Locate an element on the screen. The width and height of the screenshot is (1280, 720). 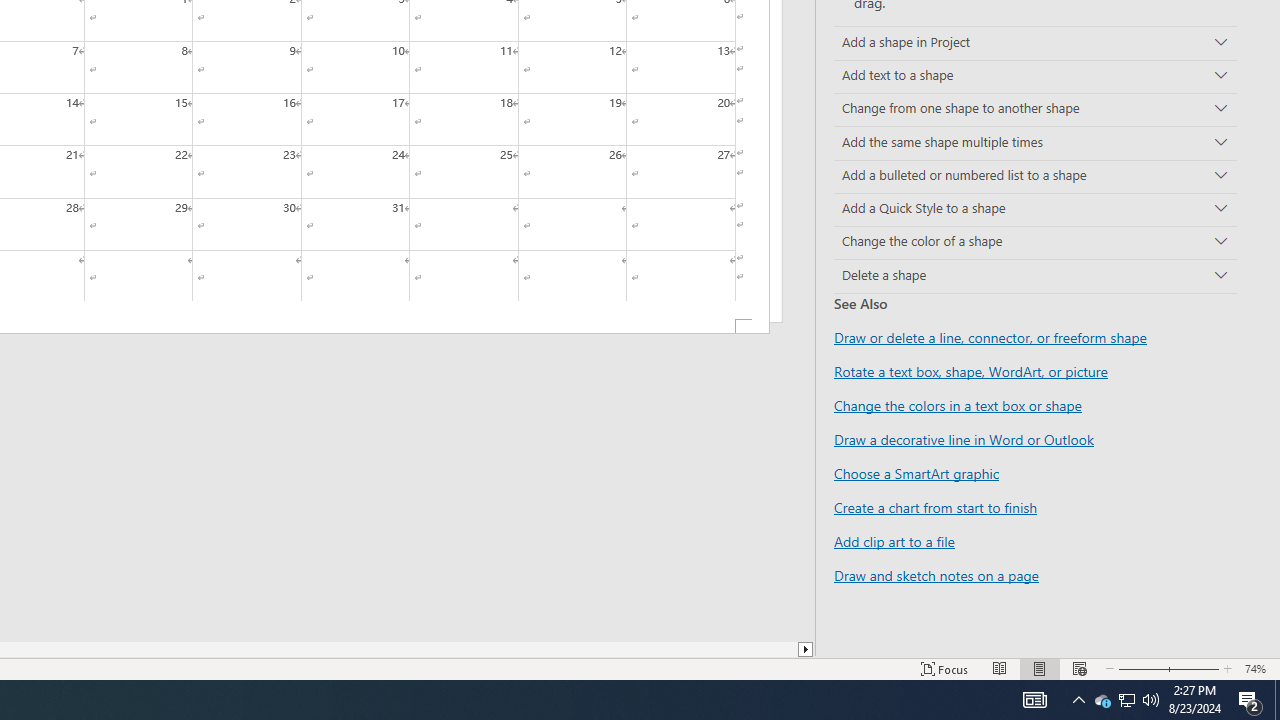
'Draw or delete a line, connector, or freeform shape' is located at coordinates (990, 336).